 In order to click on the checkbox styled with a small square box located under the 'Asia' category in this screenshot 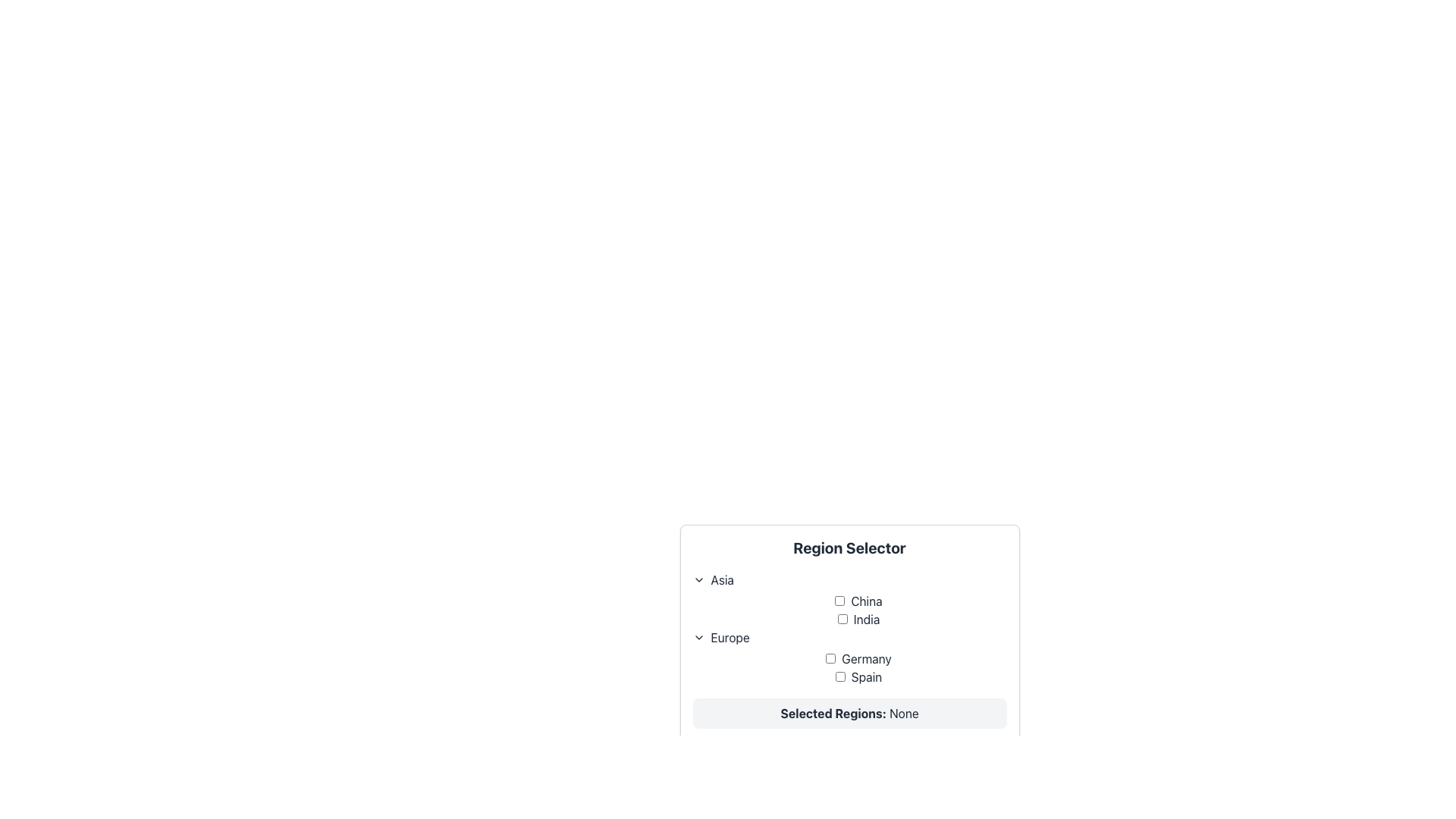, I will do `click(842, 619)`.